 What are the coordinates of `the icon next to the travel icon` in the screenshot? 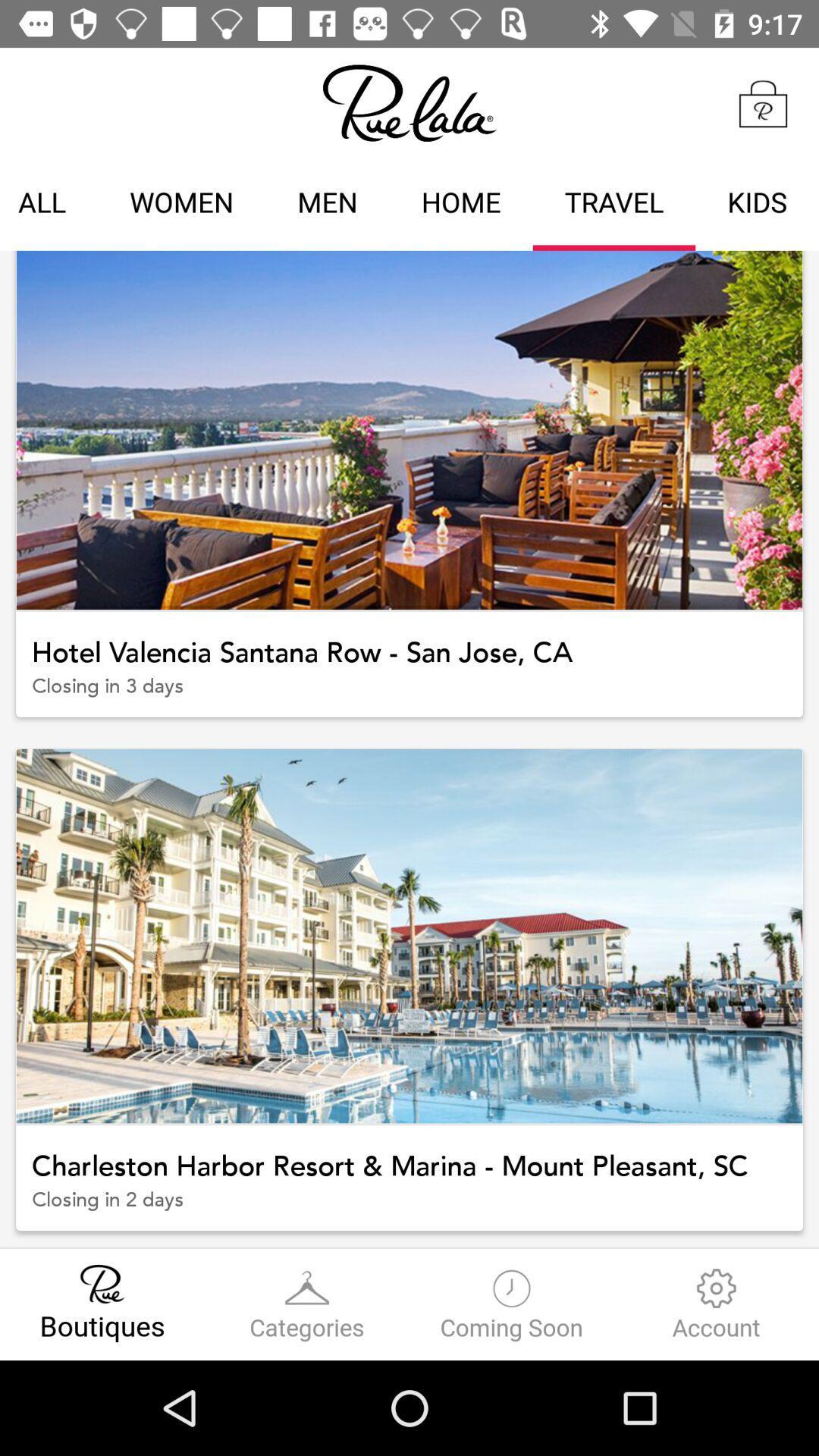 It's located at (460, 204).